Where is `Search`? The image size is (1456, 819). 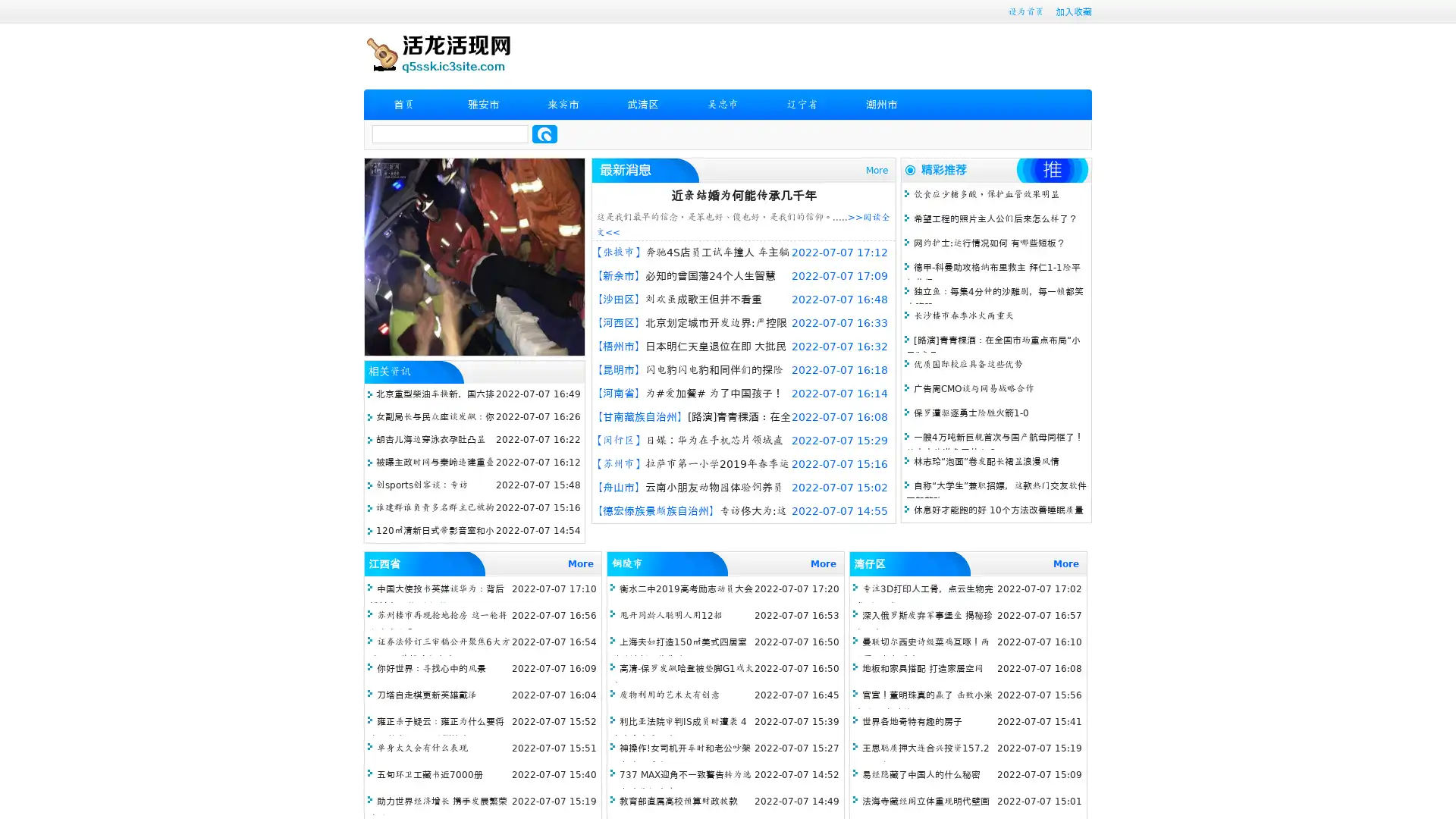 Search is located at coordinates (544, 133).